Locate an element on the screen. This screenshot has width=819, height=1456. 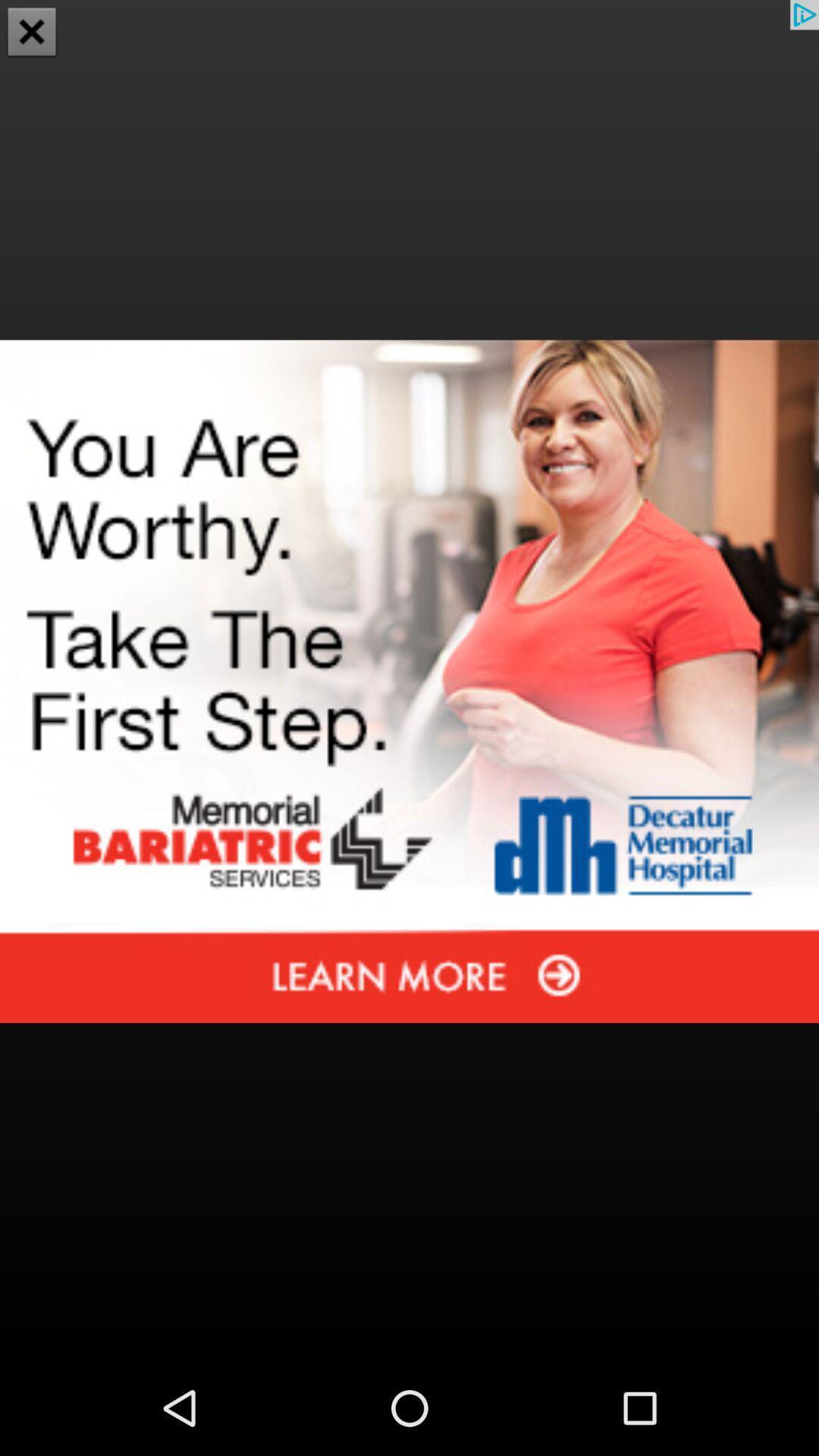
the close icon is located at coordinates (32, 33).